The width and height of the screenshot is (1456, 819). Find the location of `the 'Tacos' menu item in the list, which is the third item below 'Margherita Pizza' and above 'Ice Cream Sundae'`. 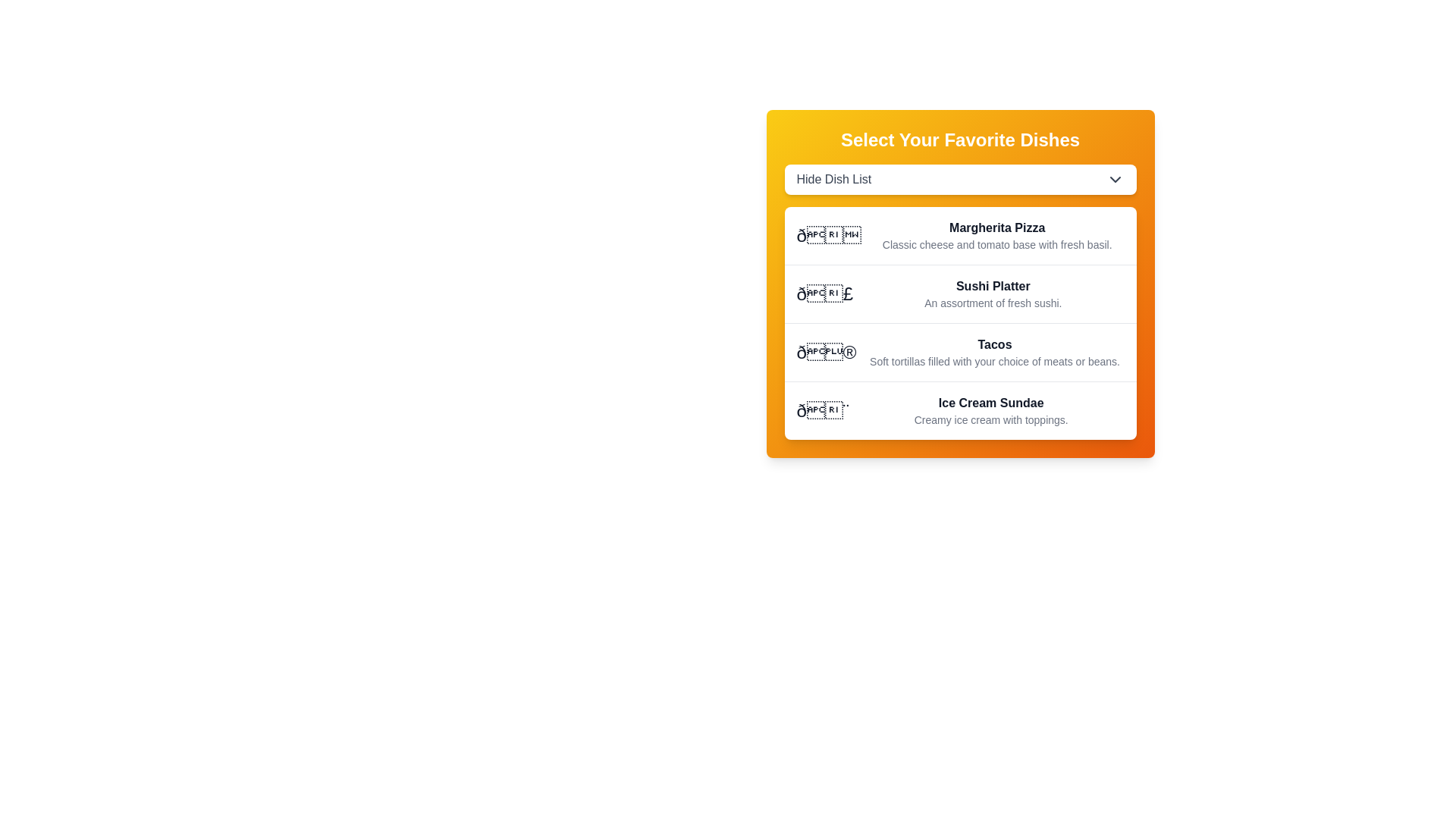

the 'Tacos' menu item in the list, which is the third item below 'Margherita Pizza' and above 'Ice Cream Sundae' is located at coordinates (959, 352).